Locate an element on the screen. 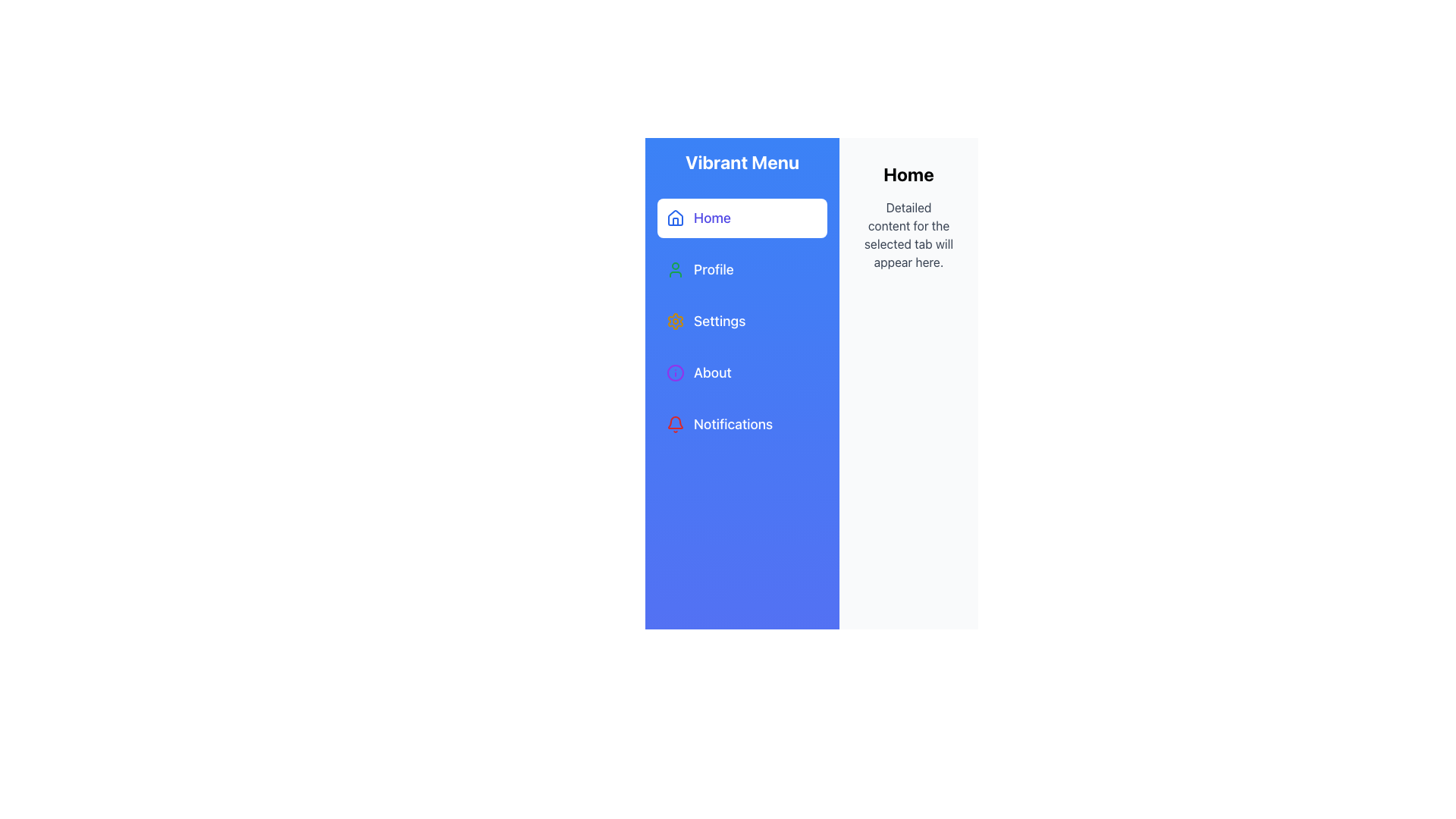 The width and height of the screenshot is (1456, 819). the 'Home' text label in the topmost segment of the vertical navigation menu, which is styled in medium font weight and positioned to the right of the house icon is located at coordinates (711, 218).